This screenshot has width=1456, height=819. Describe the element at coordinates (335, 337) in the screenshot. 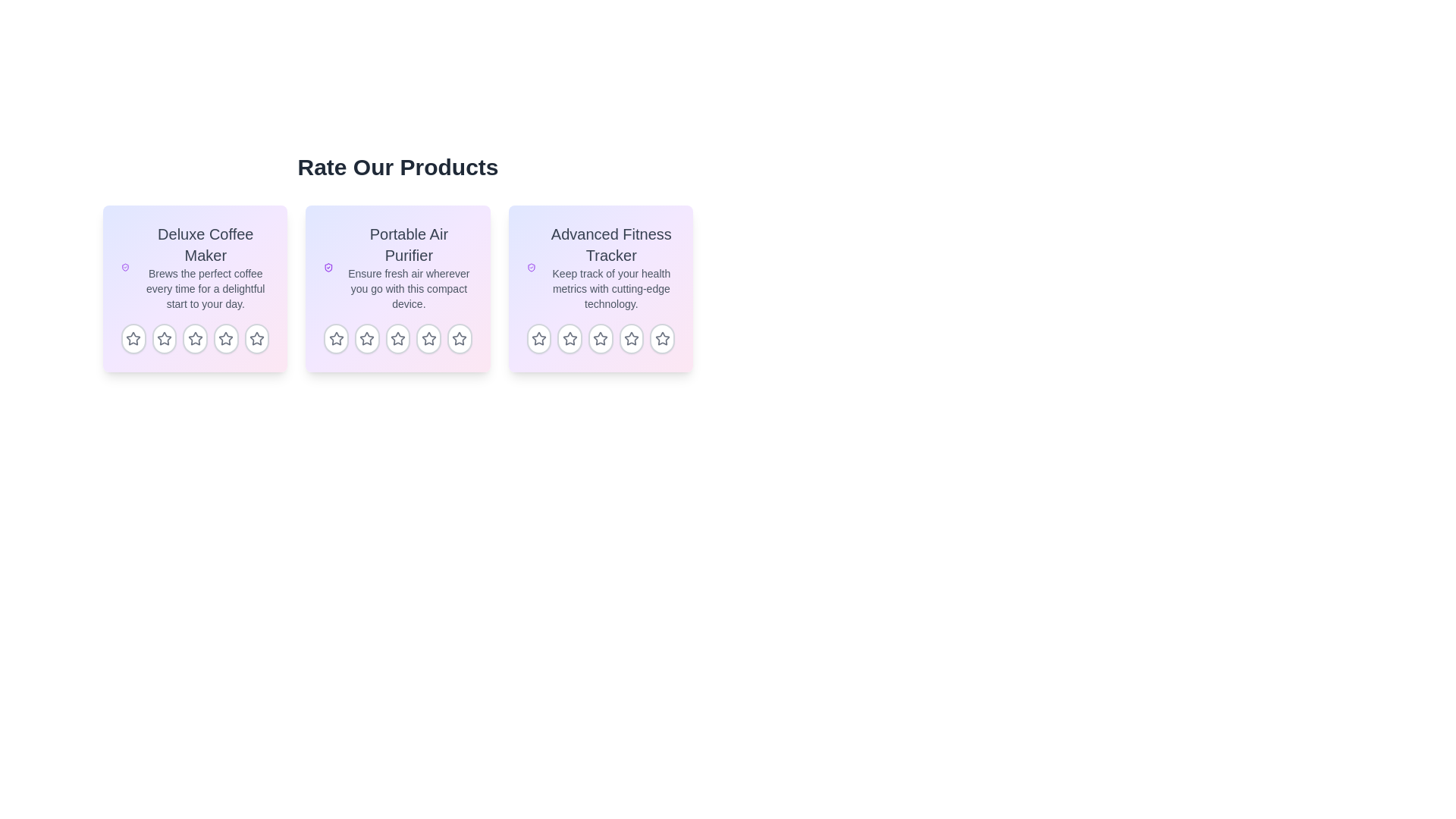

I see `the first rating star icon in the rating row of the 'Portable Air Purifier' product card` at that location.